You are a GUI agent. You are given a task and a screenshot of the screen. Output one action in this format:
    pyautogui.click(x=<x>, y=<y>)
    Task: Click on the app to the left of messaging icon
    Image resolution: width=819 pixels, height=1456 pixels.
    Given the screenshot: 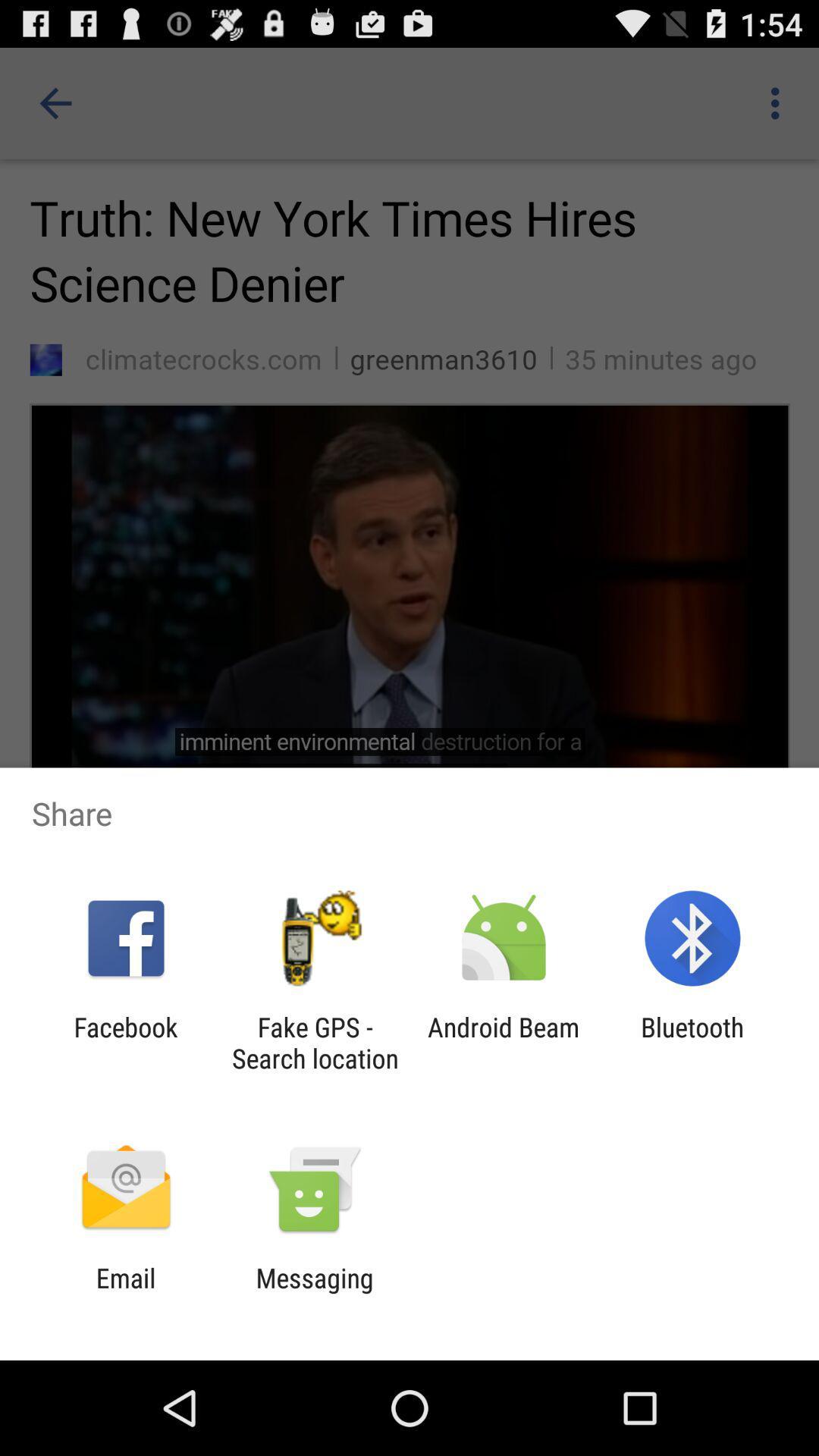 What is the action you would take?
    pyautogui.click(x=125, y=1293)
    